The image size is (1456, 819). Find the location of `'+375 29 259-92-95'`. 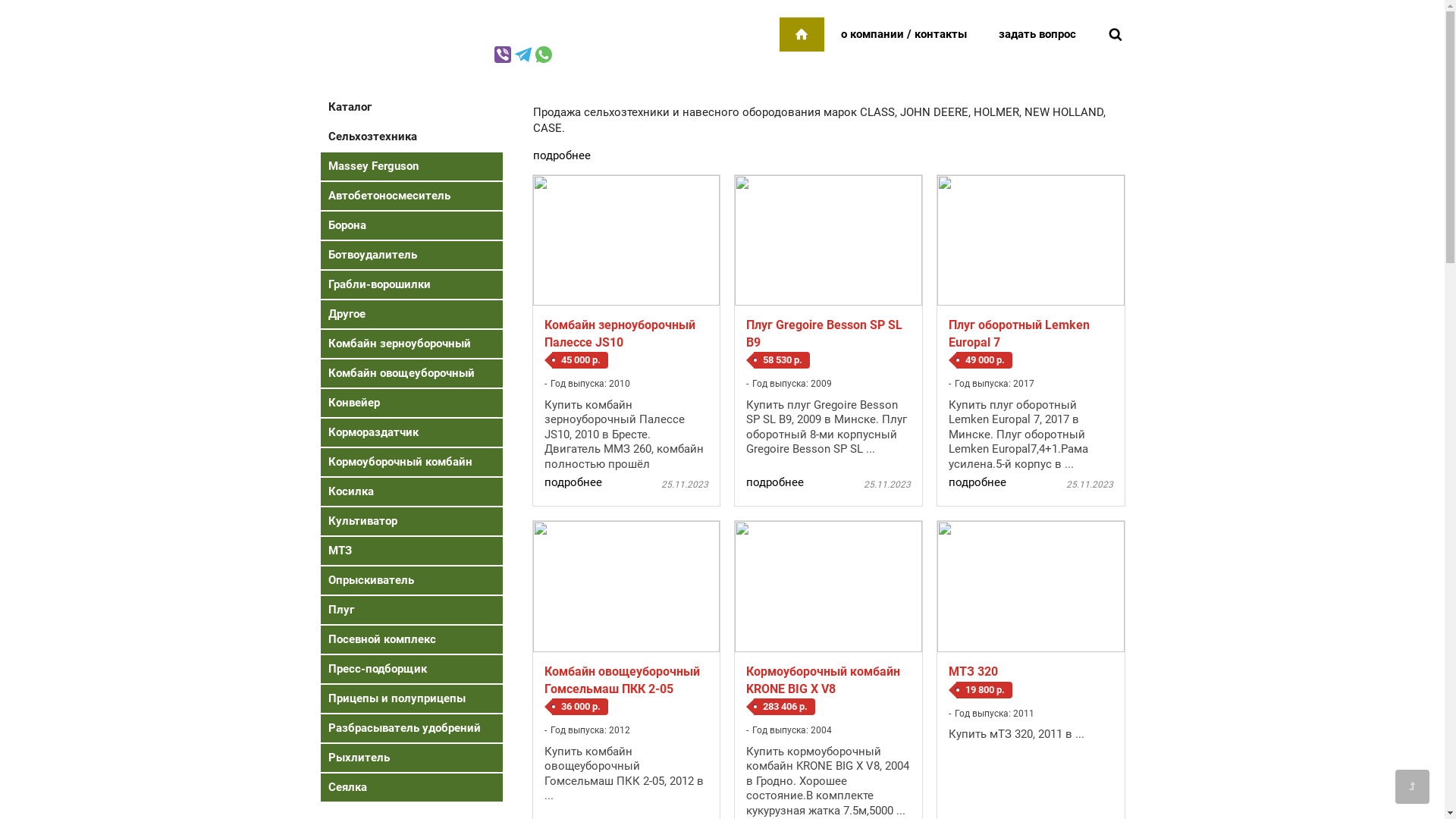

'+375 29 259-92-95' is located at coordinates (457, 51).